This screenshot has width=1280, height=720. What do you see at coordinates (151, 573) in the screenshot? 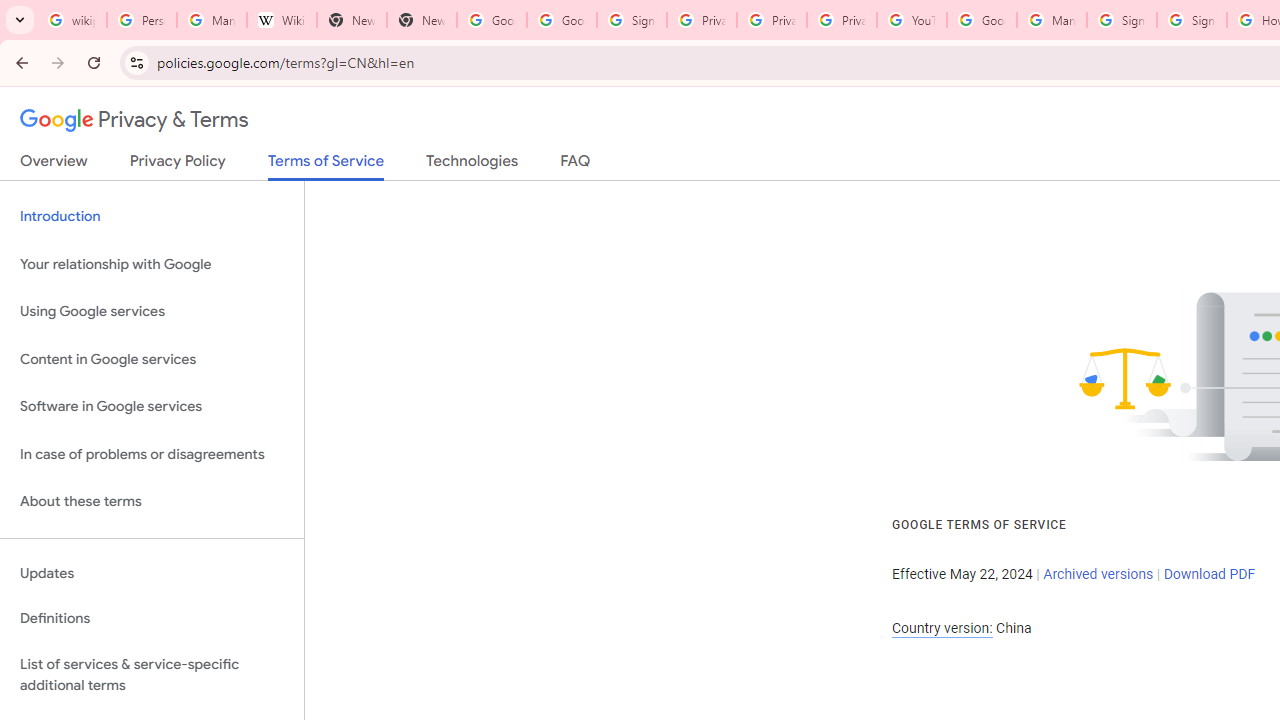
I see `'Updates'` at bounding box center [151, 573].